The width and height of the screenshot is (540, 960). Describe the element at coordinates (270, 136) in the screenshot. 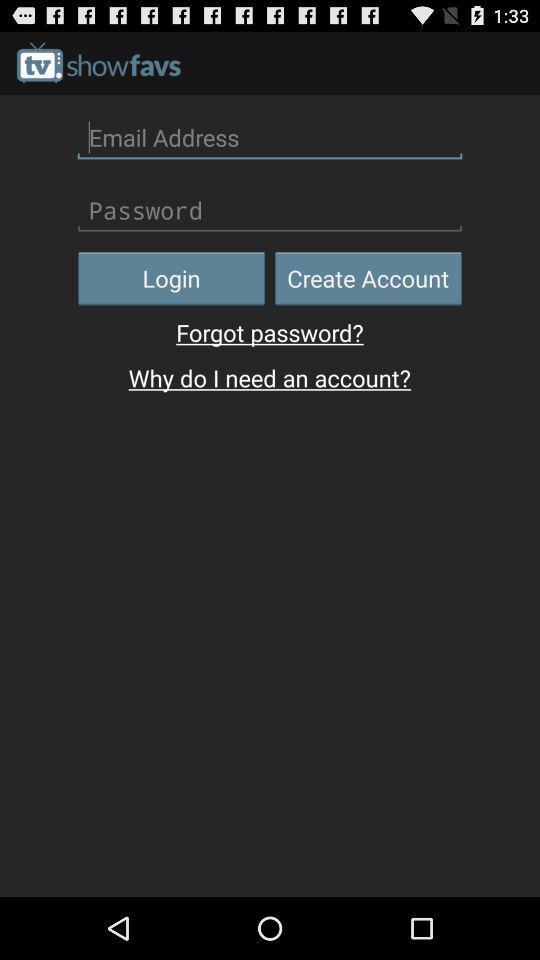

I see `email address` at that location.